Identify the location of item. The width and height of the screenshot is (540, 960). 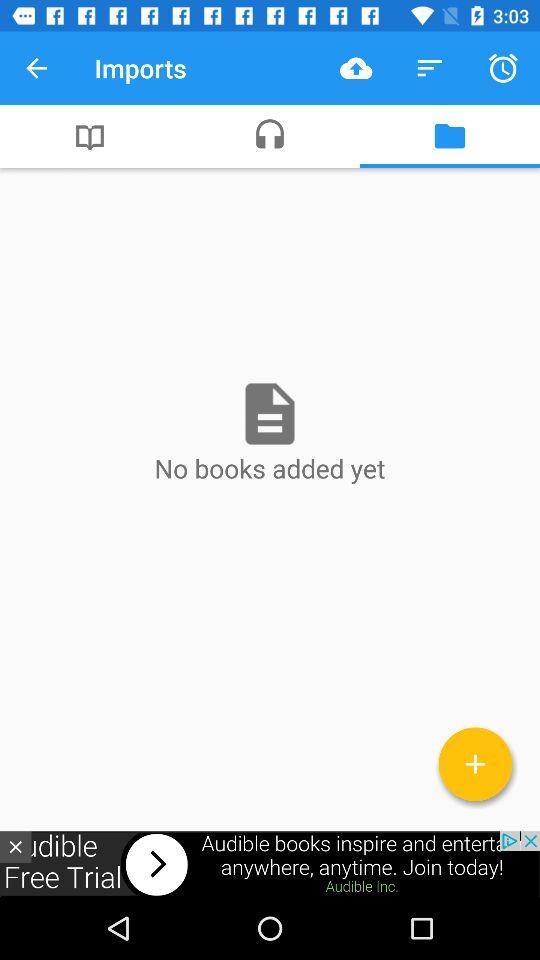
(474, 763).